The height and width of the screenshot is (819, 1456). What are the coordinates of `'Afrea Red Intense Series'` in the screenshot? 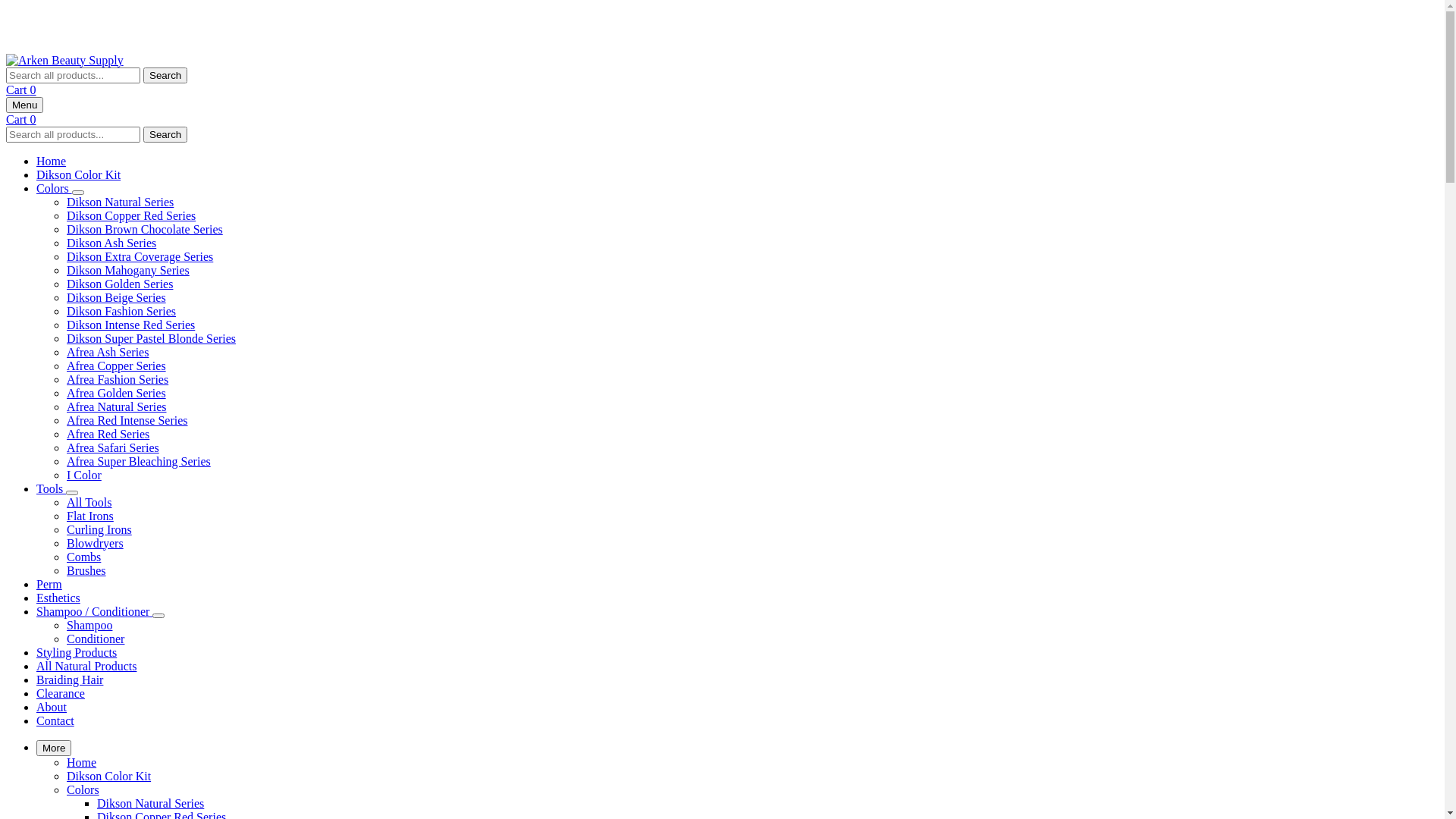 It's located at (127, 420).